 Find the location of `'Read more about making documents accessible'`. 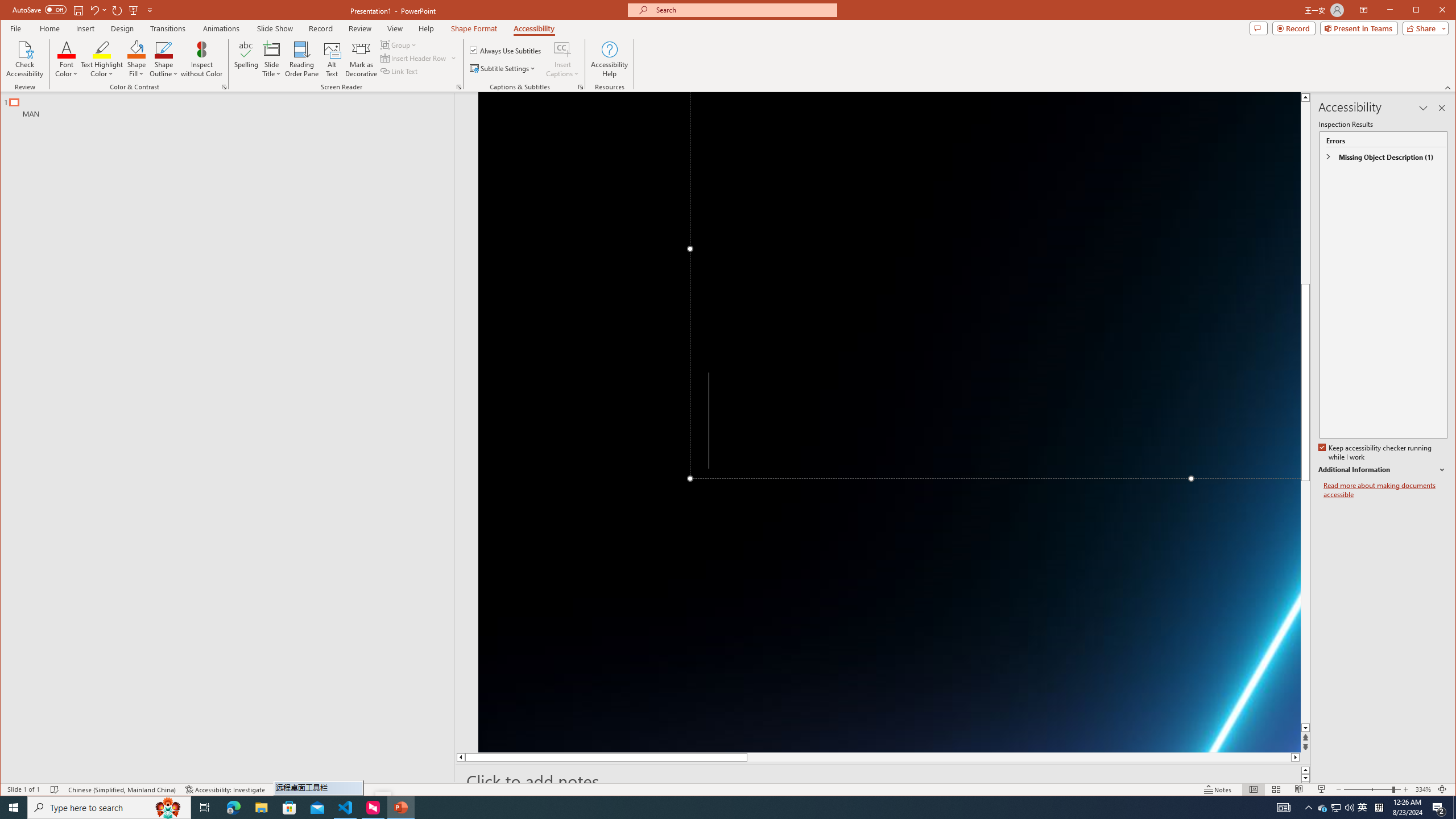

'Read more about making documents accessible' is located at coordinates (1384, 490).